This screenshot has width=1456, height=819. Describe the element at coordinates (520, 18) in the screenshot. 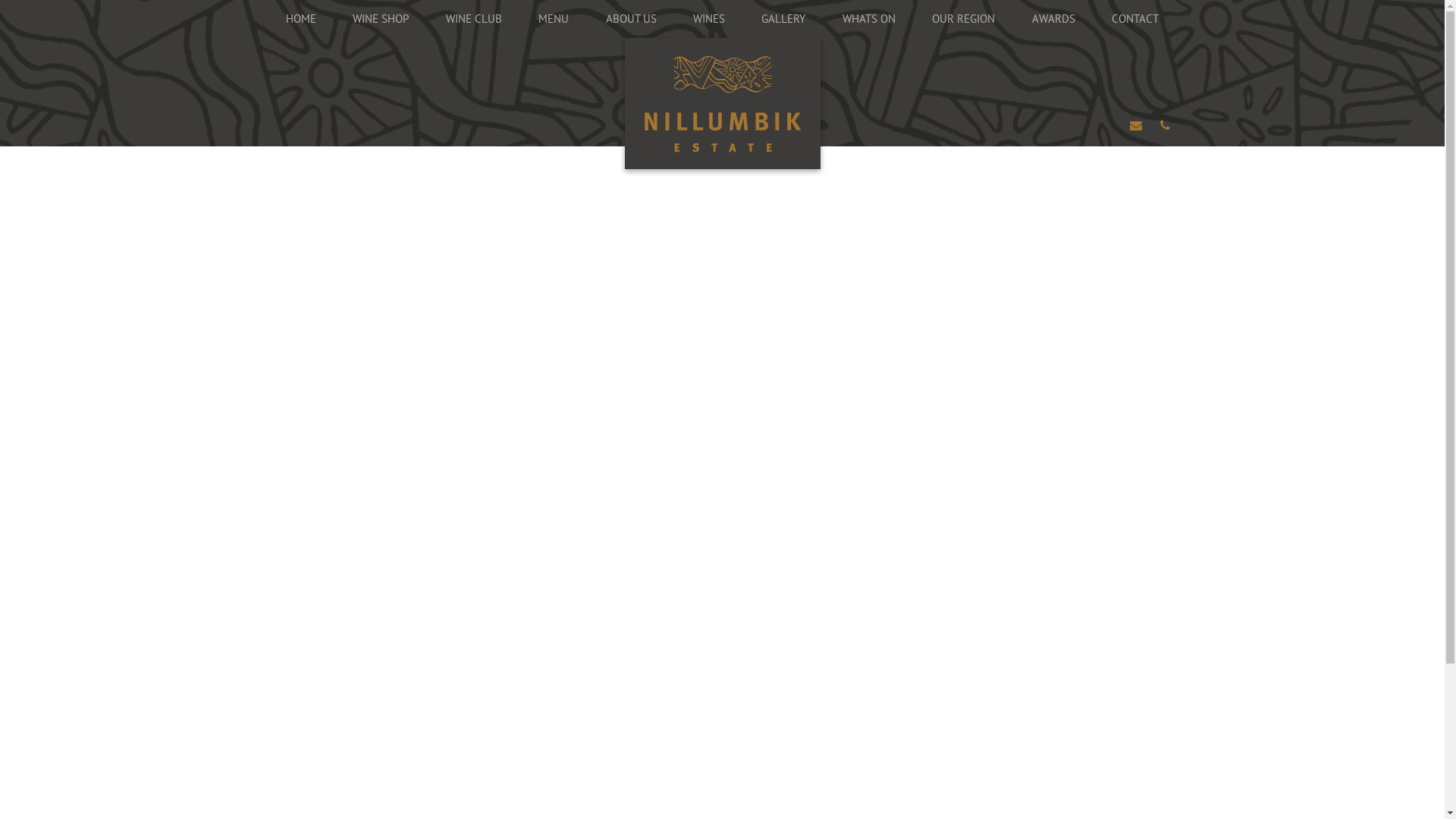

I see `'MENU'` at that location.